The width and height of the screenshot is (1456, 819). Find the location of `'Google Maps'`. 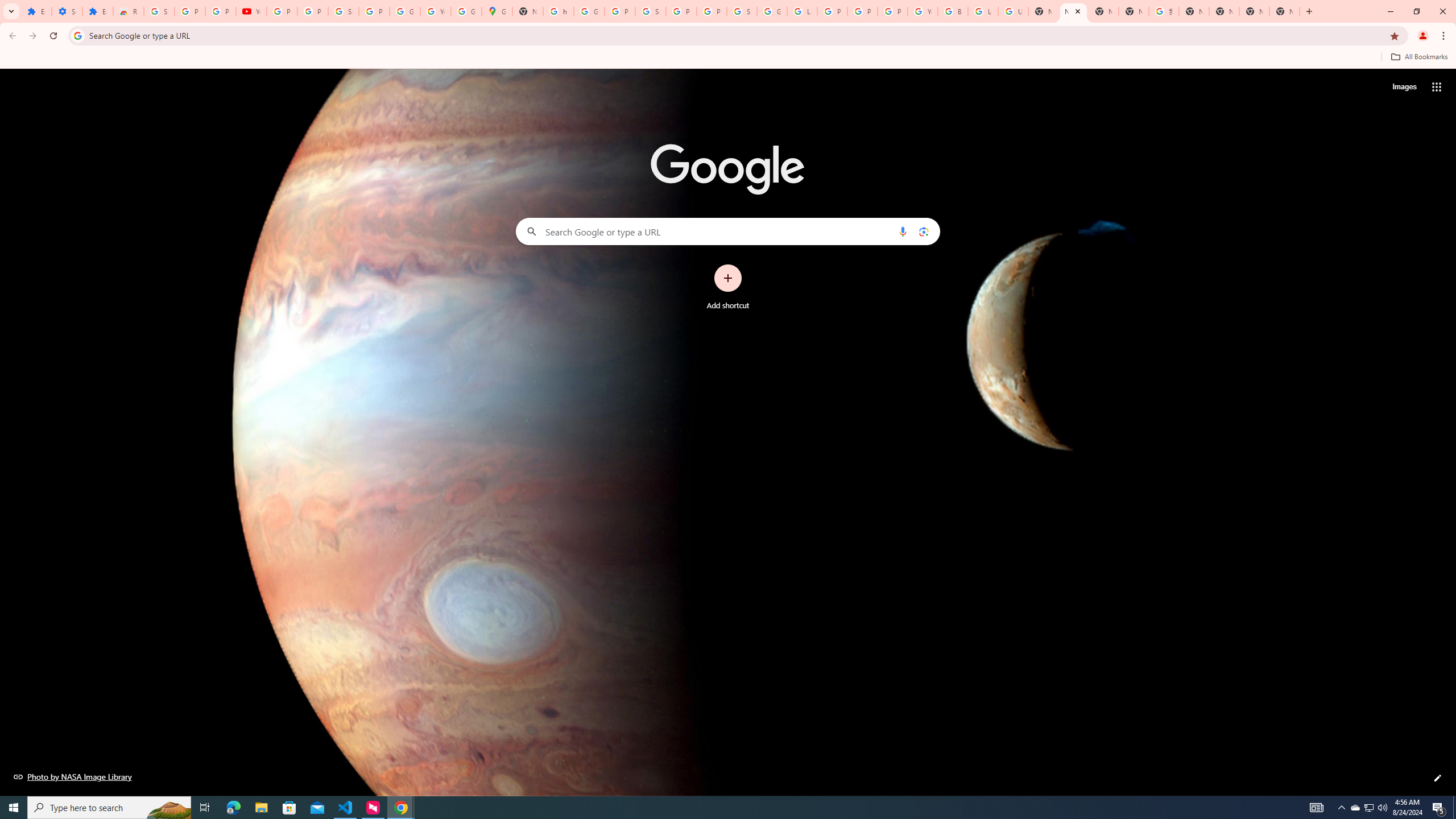

'Google Maps' is located at coordinates (496, 11).